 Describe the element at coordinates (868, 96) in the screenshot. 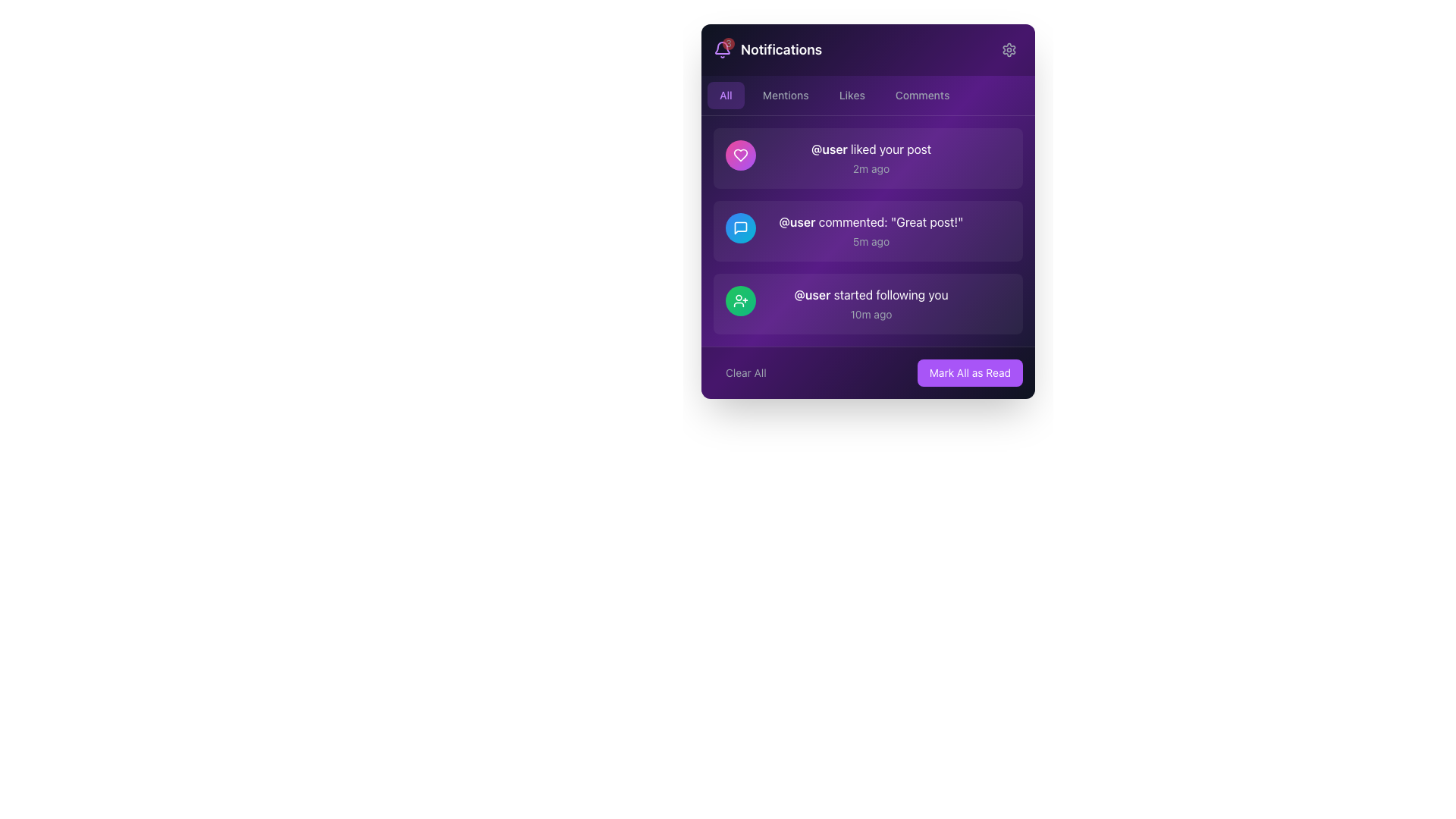

I see `the tab group located directly below the 'Notifications' title in the notification panel to switch the filter for notifications` at that location.